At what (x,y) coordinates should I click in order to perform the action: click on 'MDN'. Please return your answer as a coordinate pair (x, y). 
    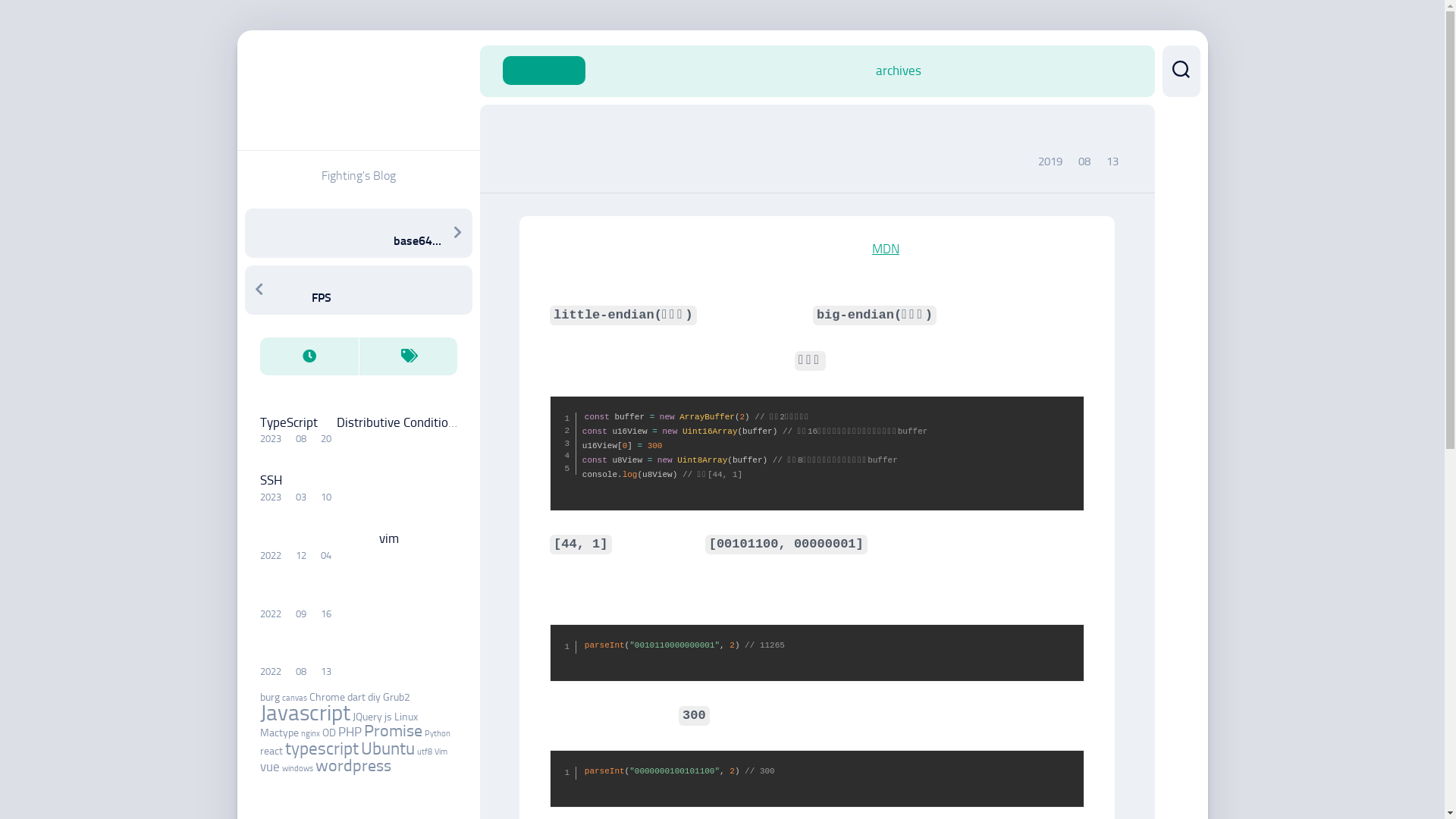
    Looking at the image, I should click on (885, 247).